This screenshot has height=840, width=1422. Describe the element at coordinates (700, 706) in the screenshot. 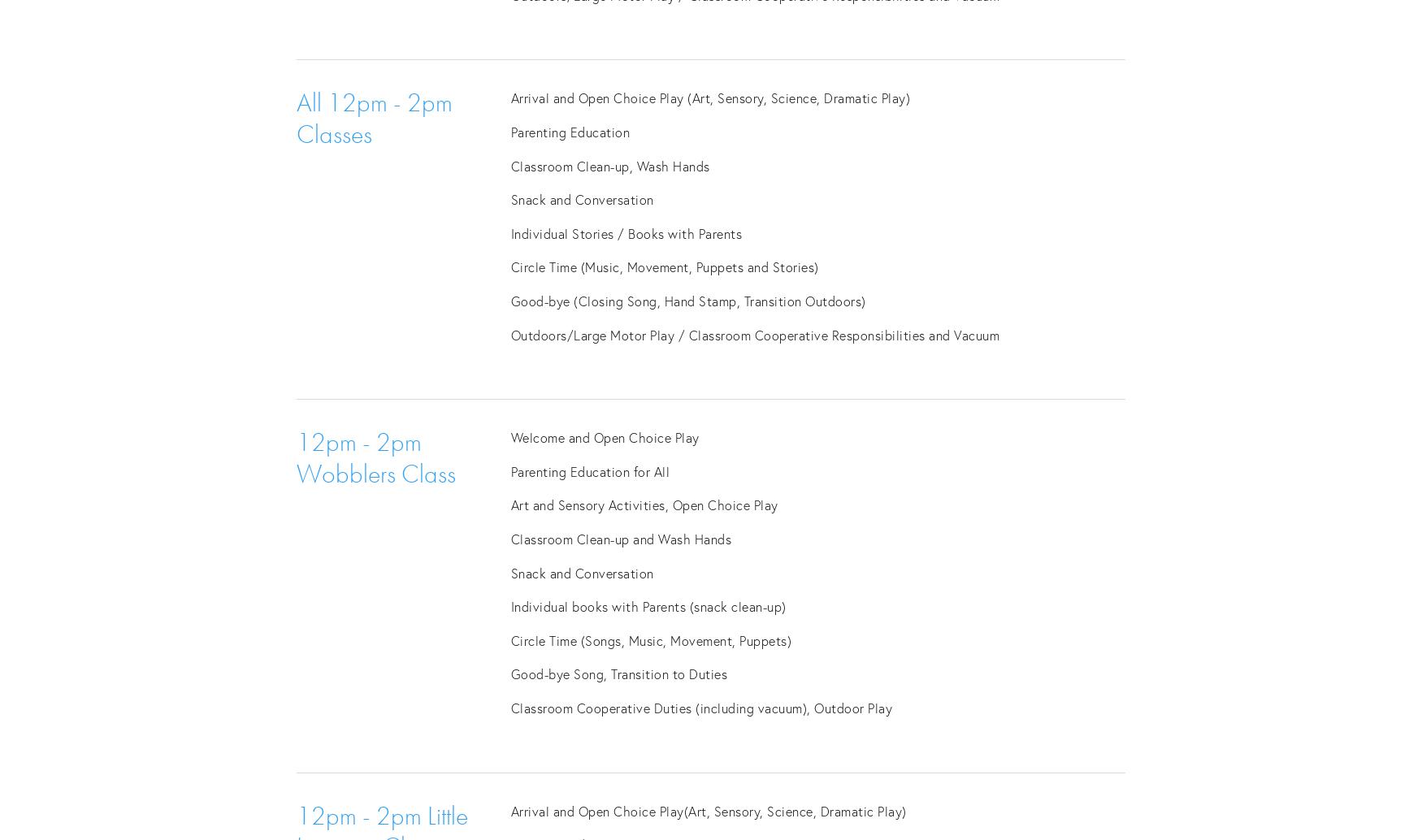

I see `'Classroom Cooperative Duties (including vacuum), Outdoor Play'` at that location.